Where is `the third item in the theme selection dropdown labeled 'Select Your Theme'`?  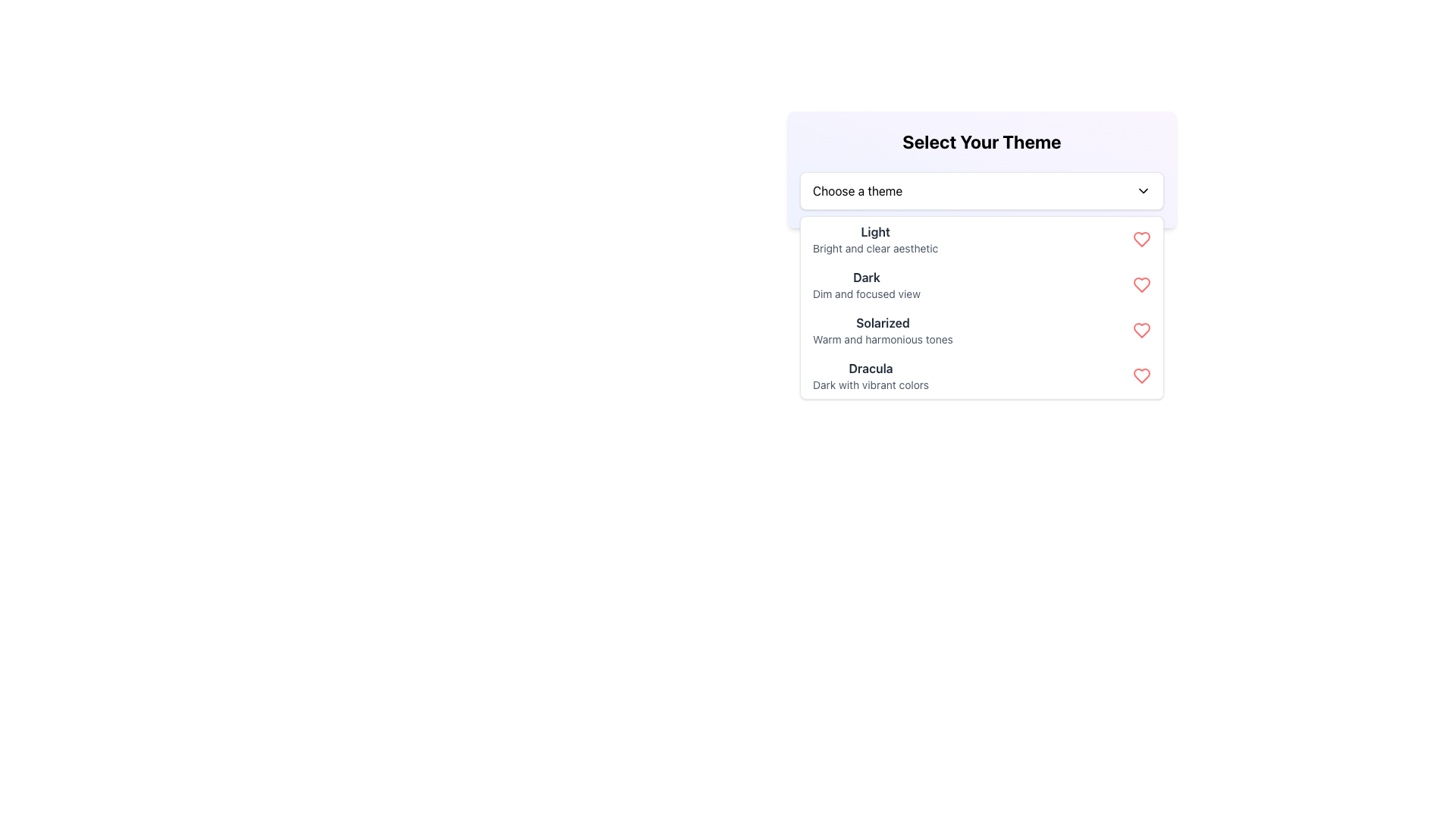 the third item in the theme selection dropdown labeled 'Select Your Theme' is located at coordinates (871, 375).